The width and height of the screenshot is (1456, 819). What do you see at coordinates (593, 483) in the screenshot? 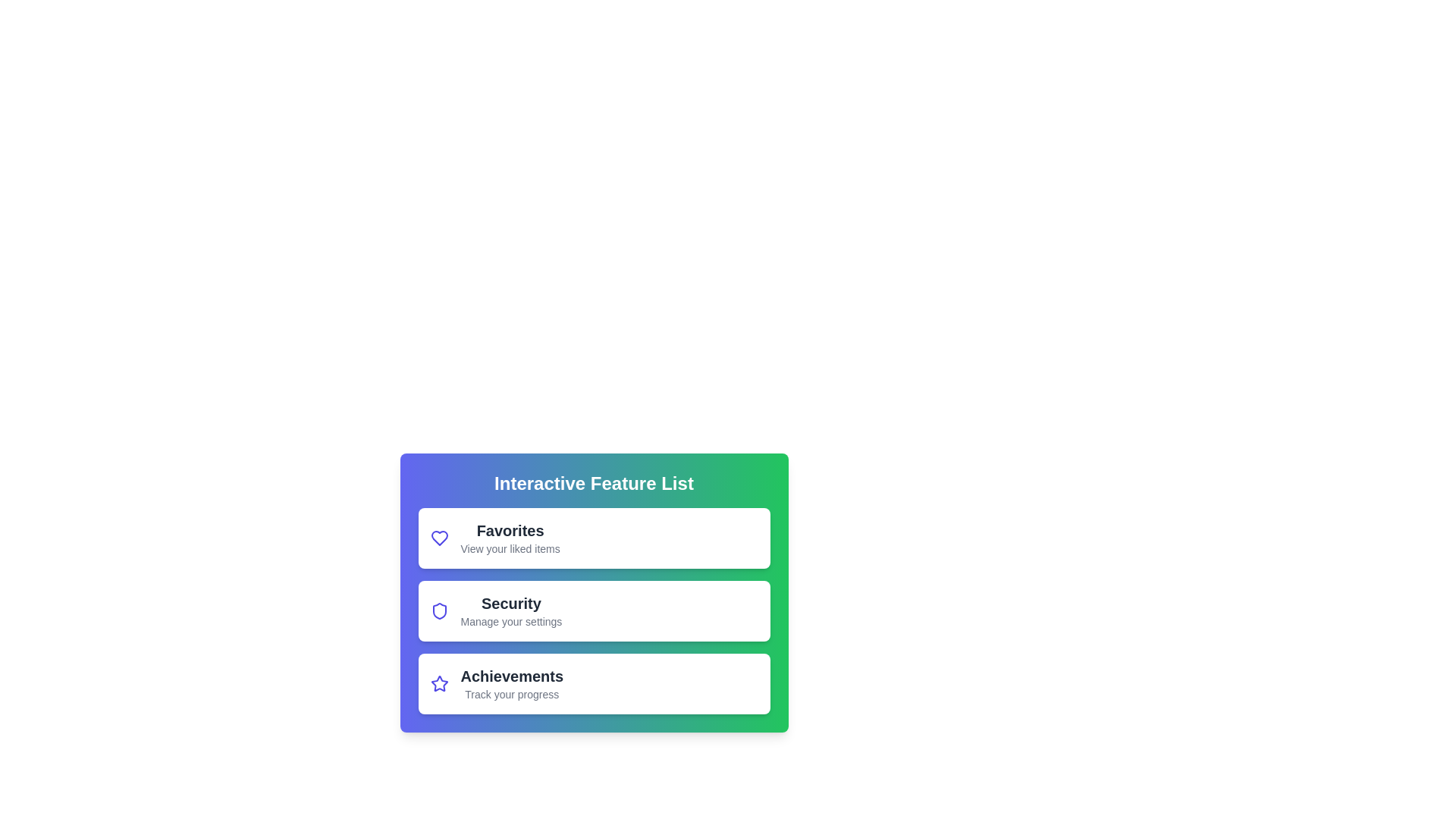
I see `the title text 'Interactive Feature List' to visually inspect it` at bounding box center [593, 483].